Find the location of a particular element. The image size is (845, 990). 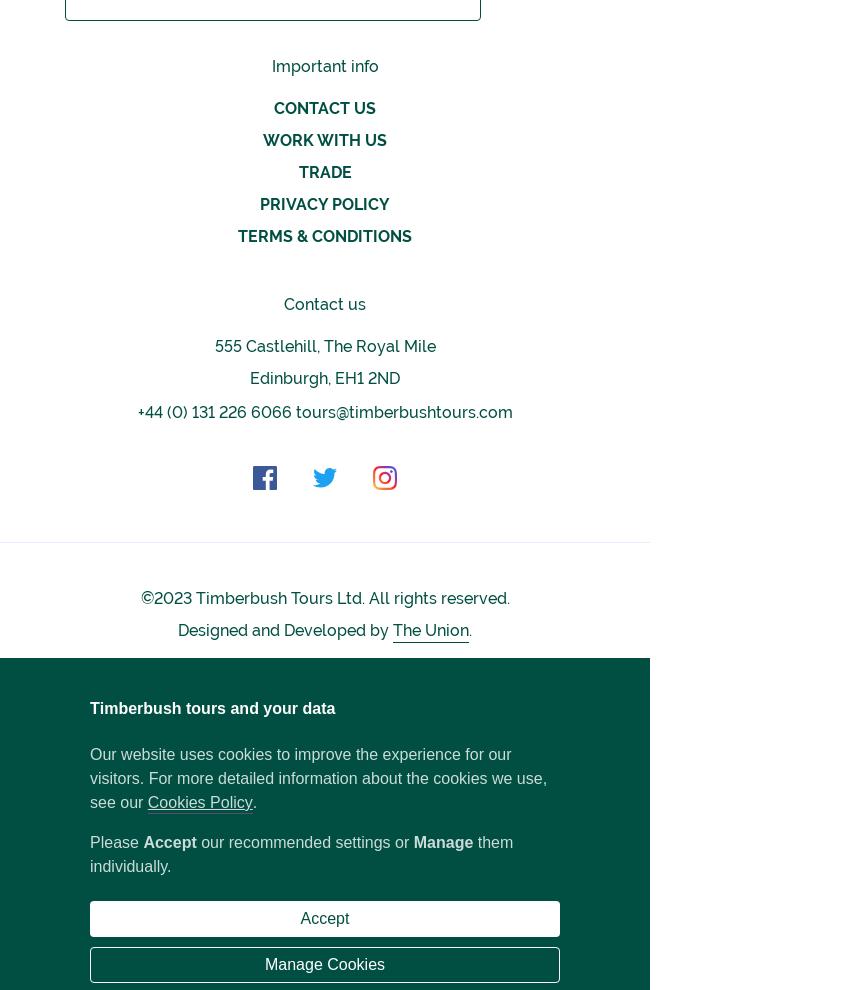

'Manage Cookies' is located at coordinates (324, 964).